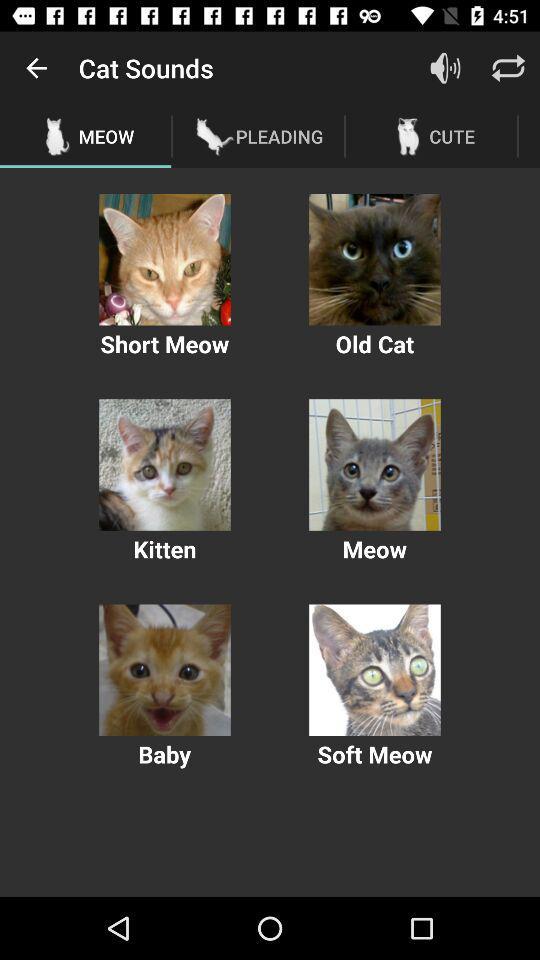 The image size is (540, 960). What do you see at coordinates (445, 68) in the screenshot?
I see `item next to the pleading item` at bounding box center [445, 68].